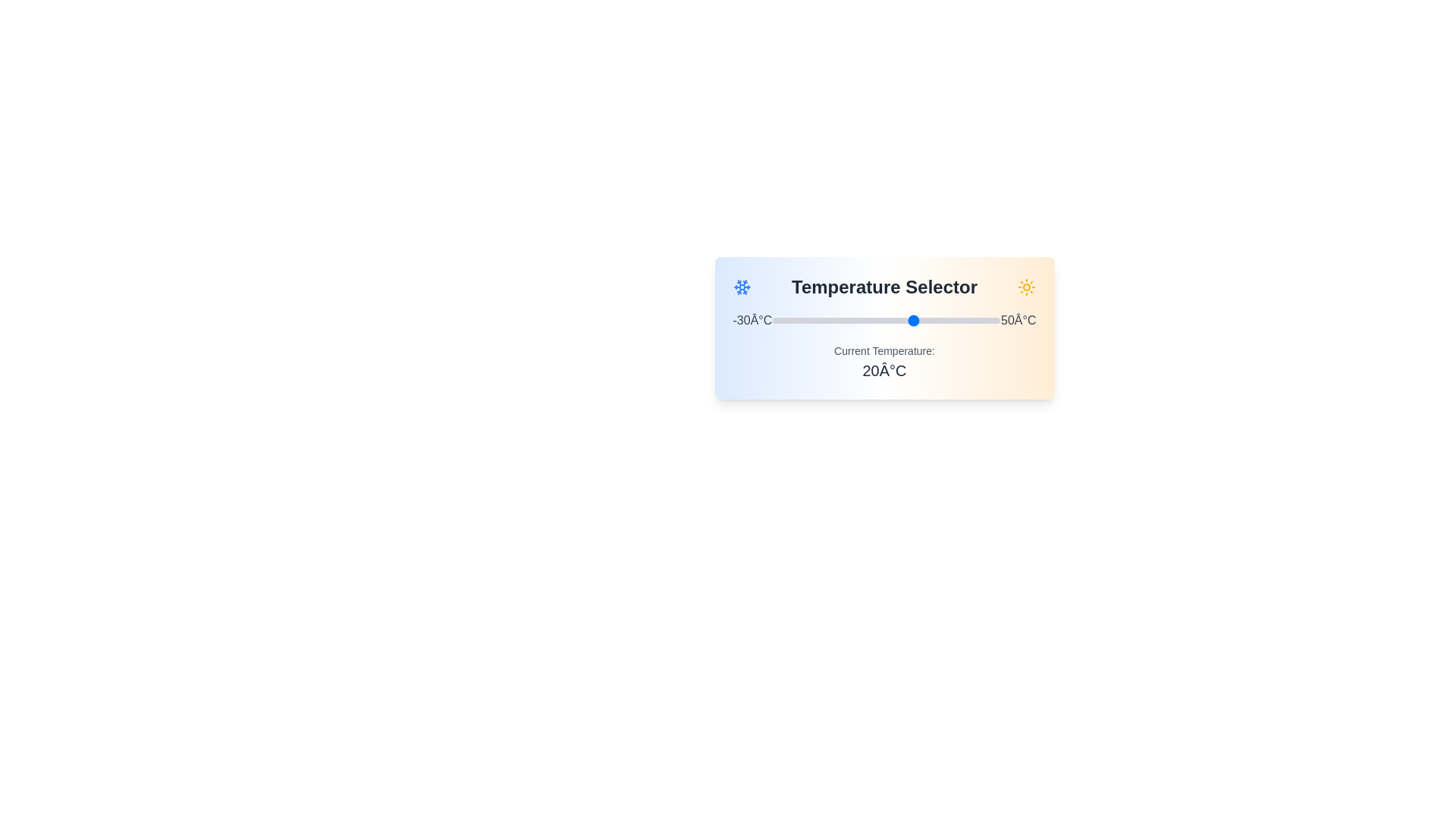 This screenshot has height=819, width=1456. Describe the element at coordinates (811, 320) in the screenshot. I see `the temperature slider` at that location.